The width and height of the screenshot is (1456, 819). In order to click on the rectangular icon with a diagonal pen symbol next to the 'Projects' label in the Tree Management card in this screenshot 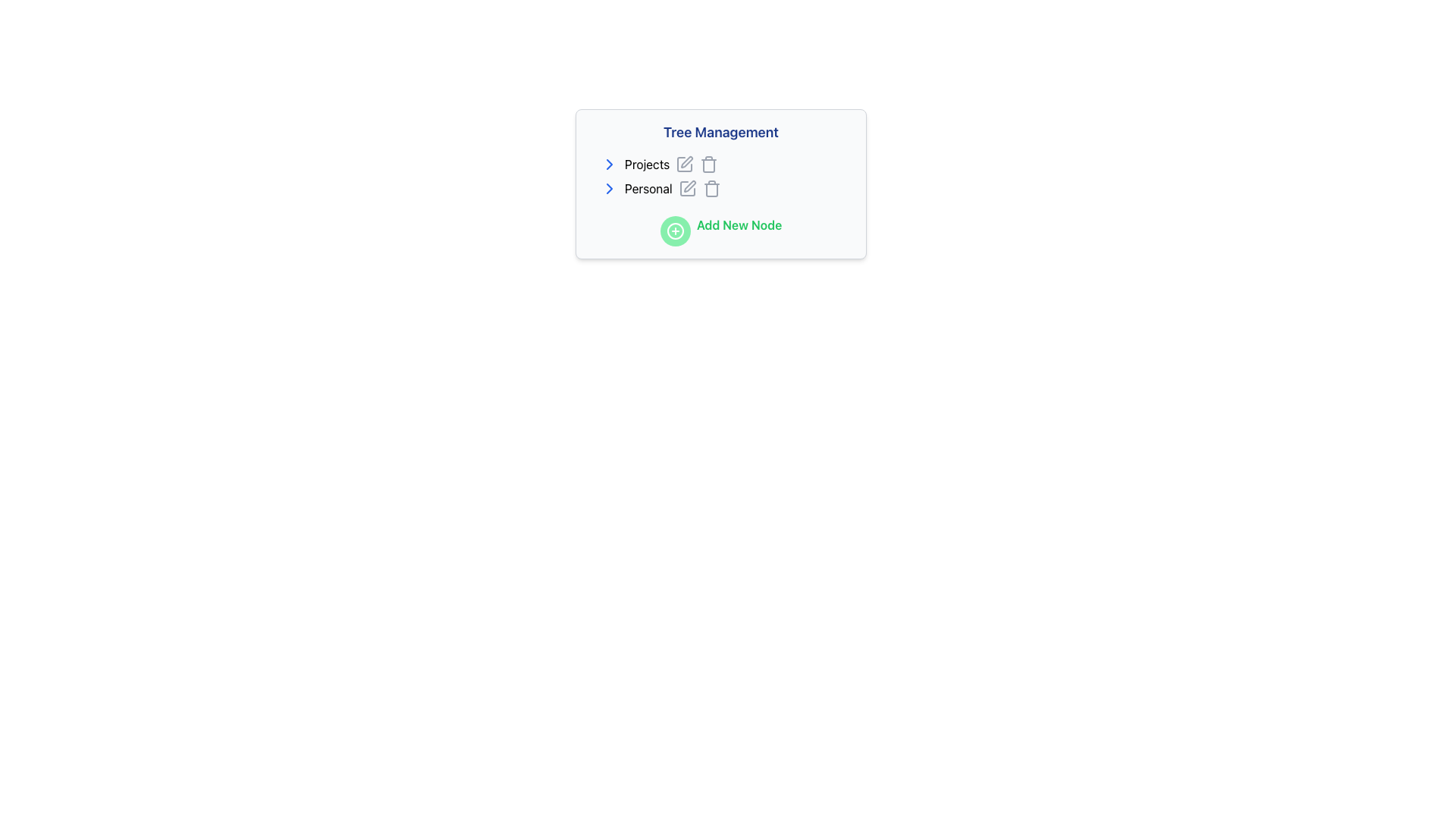, I will do `click(684, 164)`.